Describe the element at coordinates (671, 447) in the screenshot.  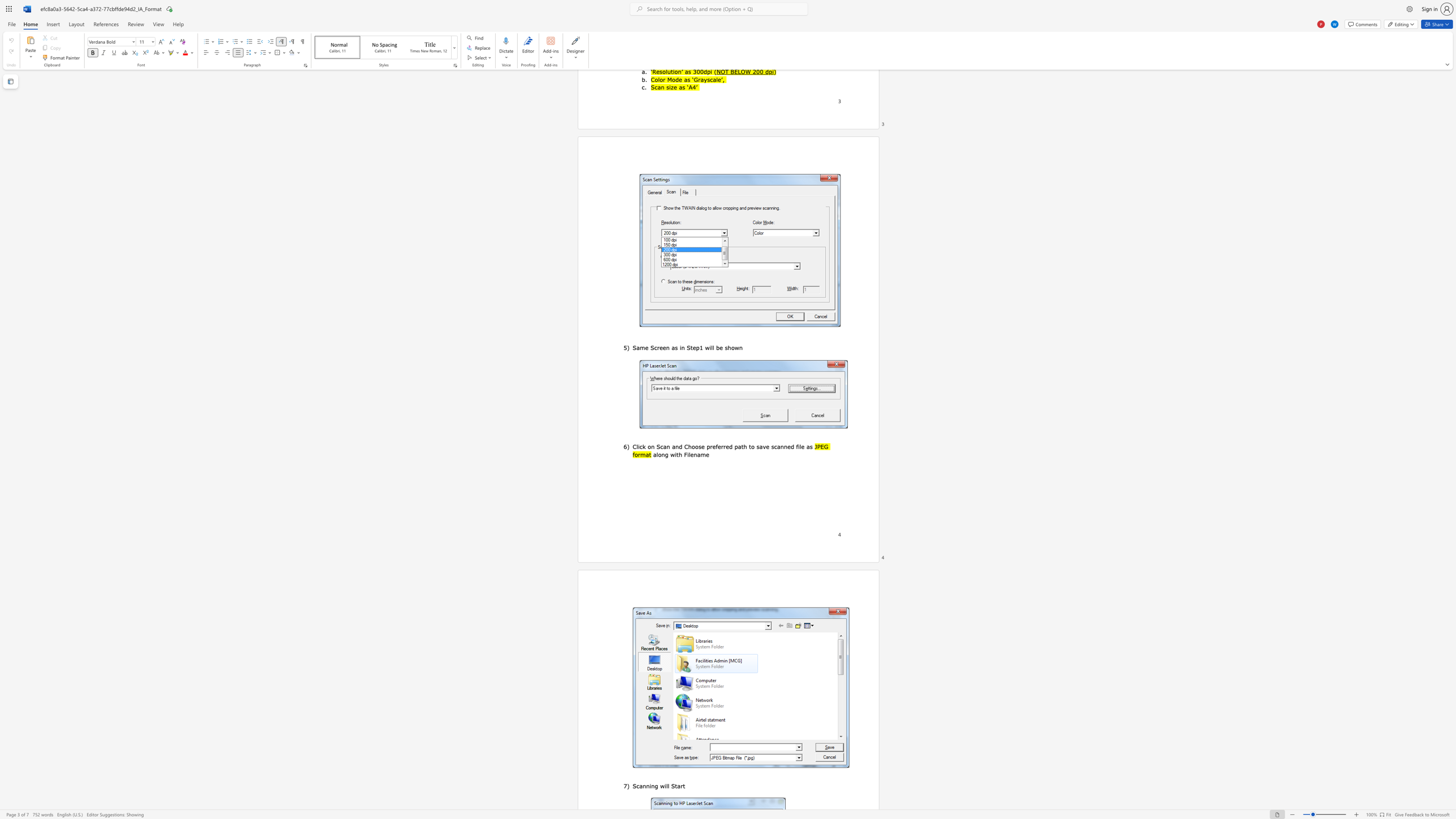
I see `the subset text "and Choo" within the text "Click on Scan and Choose preferred path to save scanned file as"` at that location.